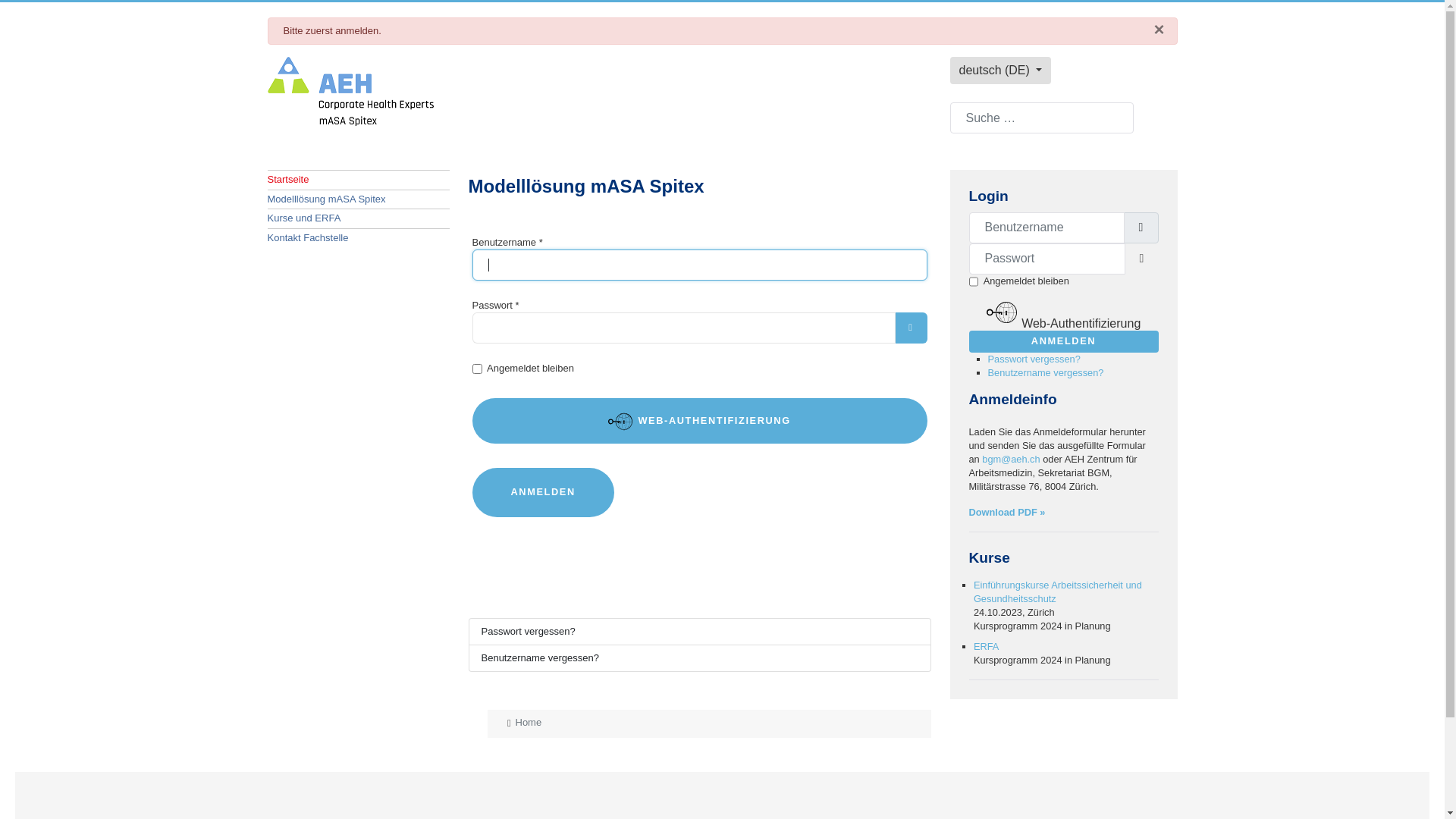  I want to click on 'PASSWORT ANZEIGEN', so click(910, 327).